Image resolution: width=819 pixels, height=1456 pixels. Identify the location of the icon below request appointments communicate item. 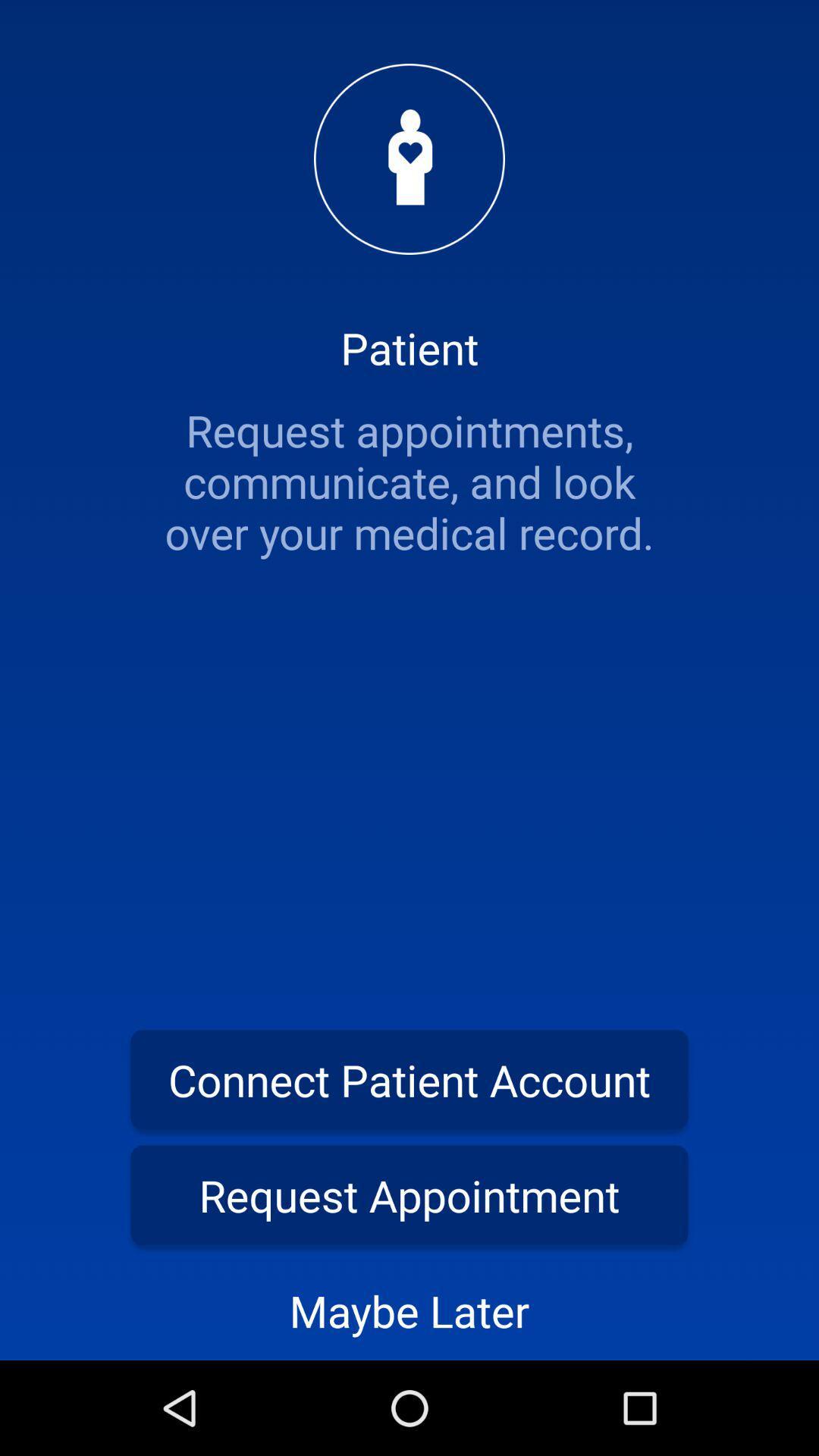
(409, 1078).